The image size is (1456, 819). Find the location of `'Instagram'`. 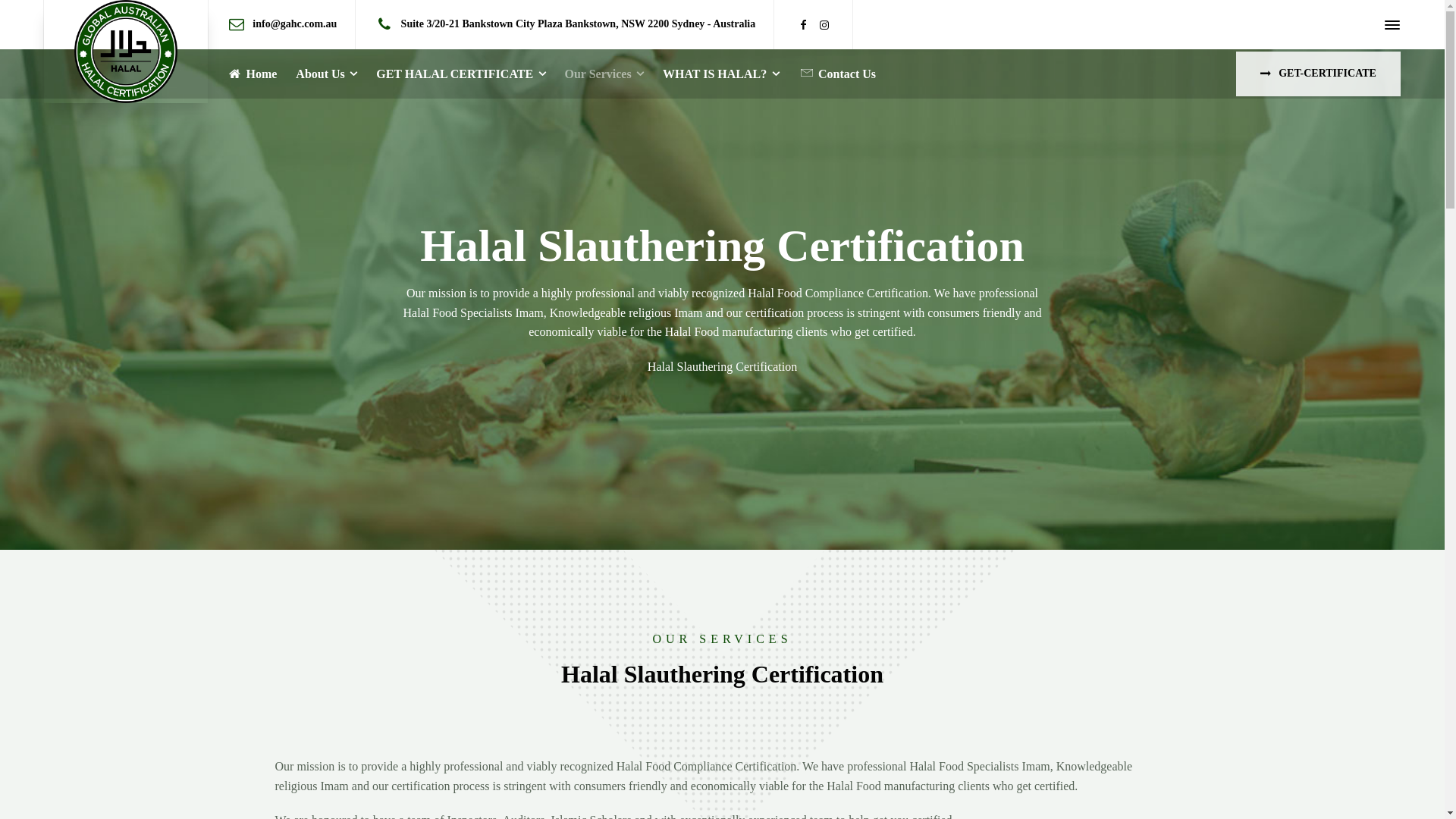

'Instagram' is located at coordinates (815, 25).